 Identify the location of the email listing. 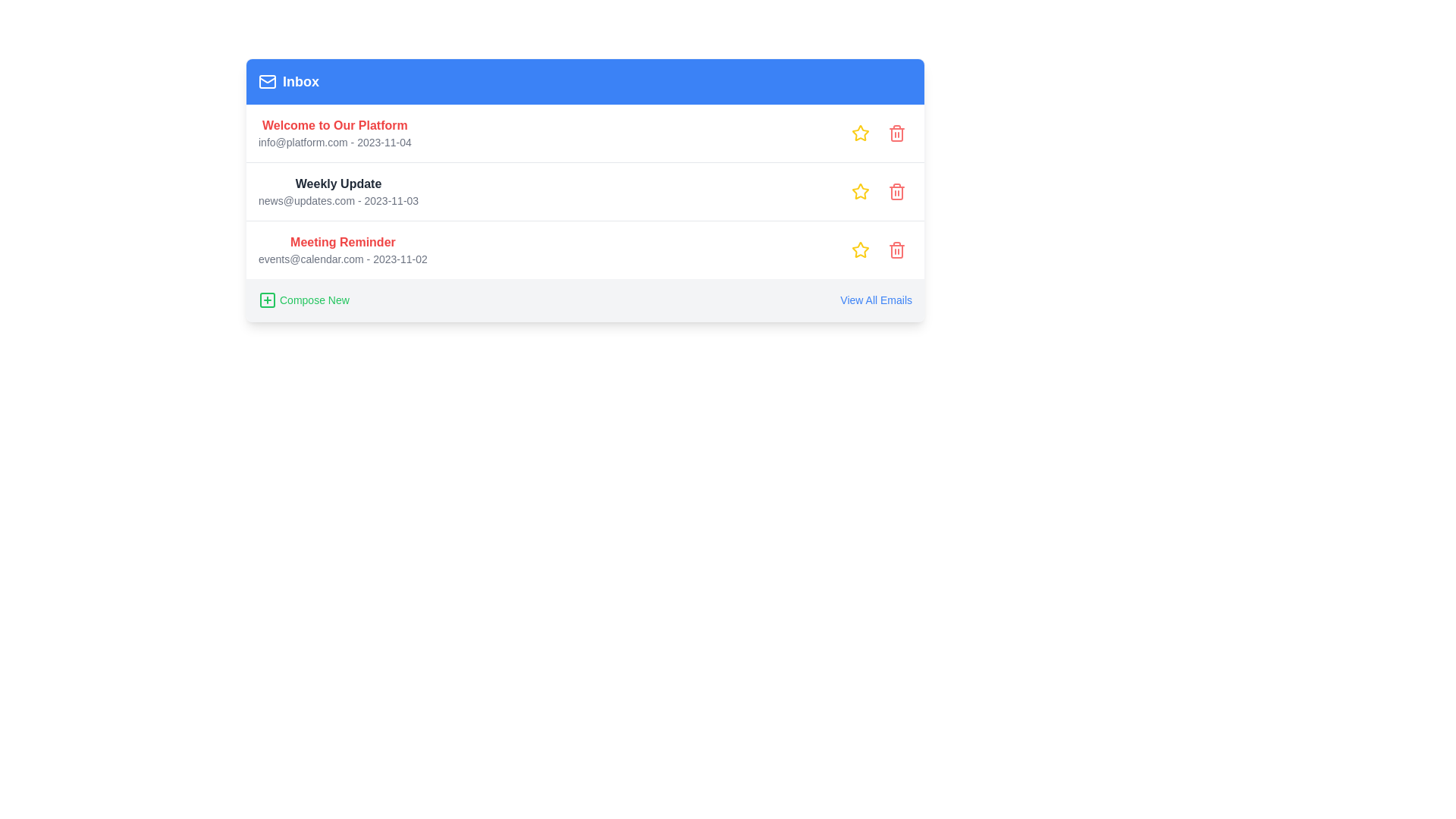
(342, 249).